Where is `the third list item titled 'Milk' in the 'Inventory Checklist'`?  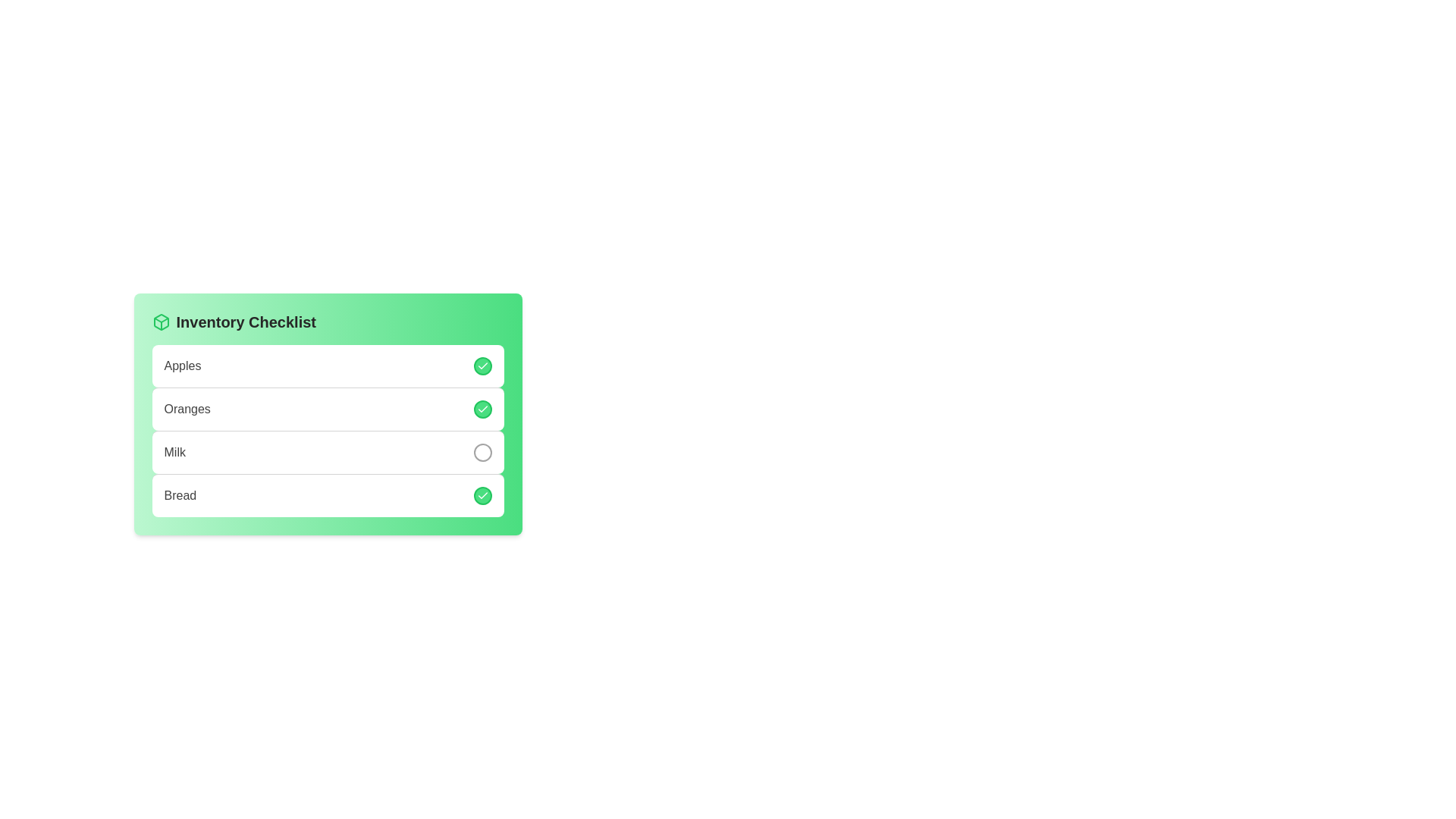 the third list item titled 'Milk' in the 'Inventory Checklist' is located at coordinates (327, 451).